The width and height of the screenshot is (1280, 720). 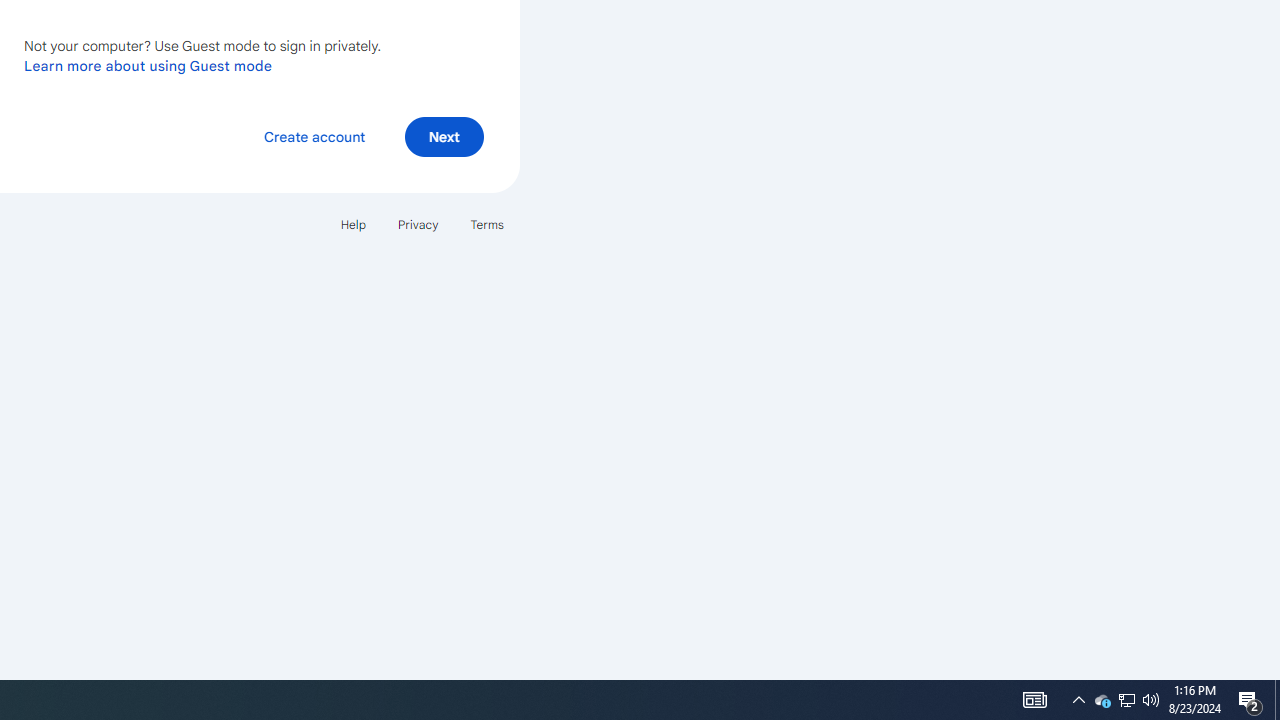 I want to click on 'Help', so click(x=352, y=224).